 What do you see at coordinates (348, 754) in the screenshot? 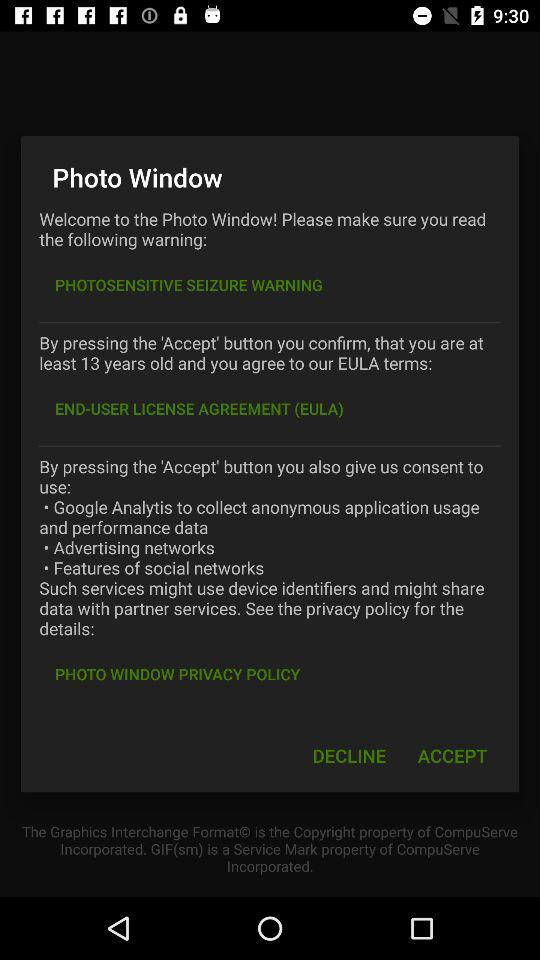
I see `the icon below the photo window privacy` at bounding box center [348, 754].